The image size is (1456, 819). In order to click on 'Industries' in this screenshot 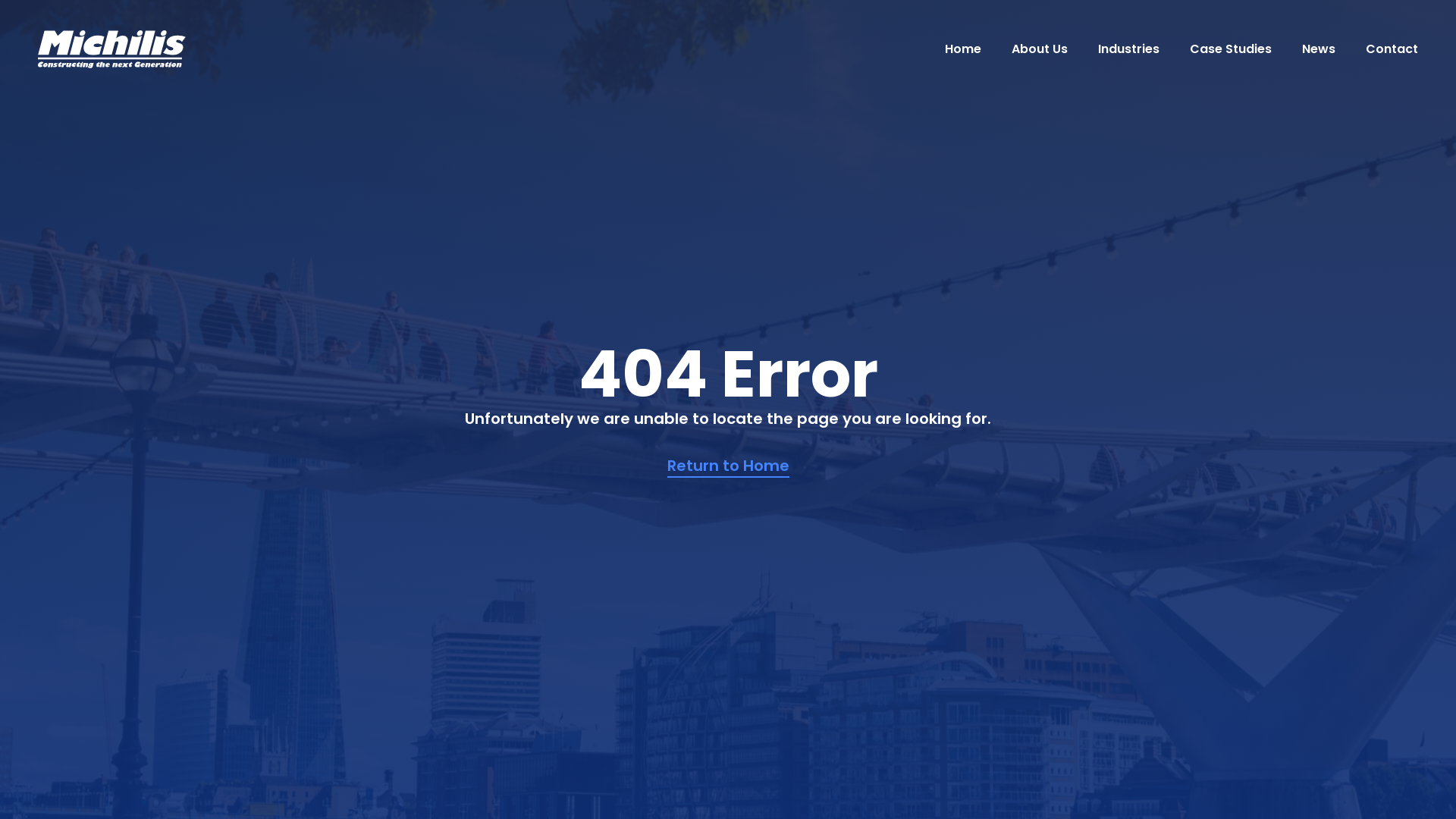, I will do `click(1128, 48)`.